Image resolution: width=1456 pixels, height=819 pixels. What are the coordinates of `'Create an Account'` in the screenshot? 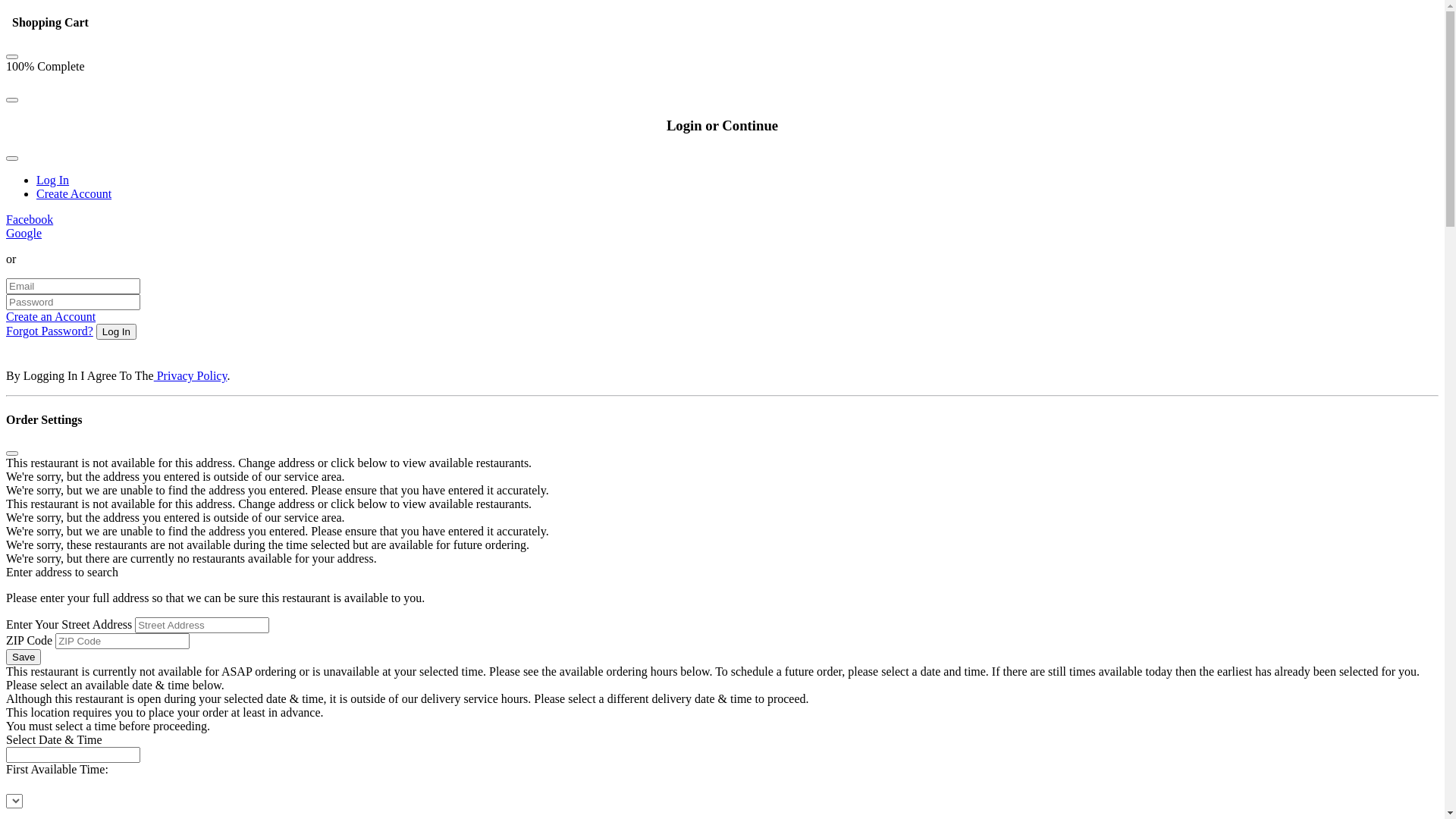 It's located at (51, 315).